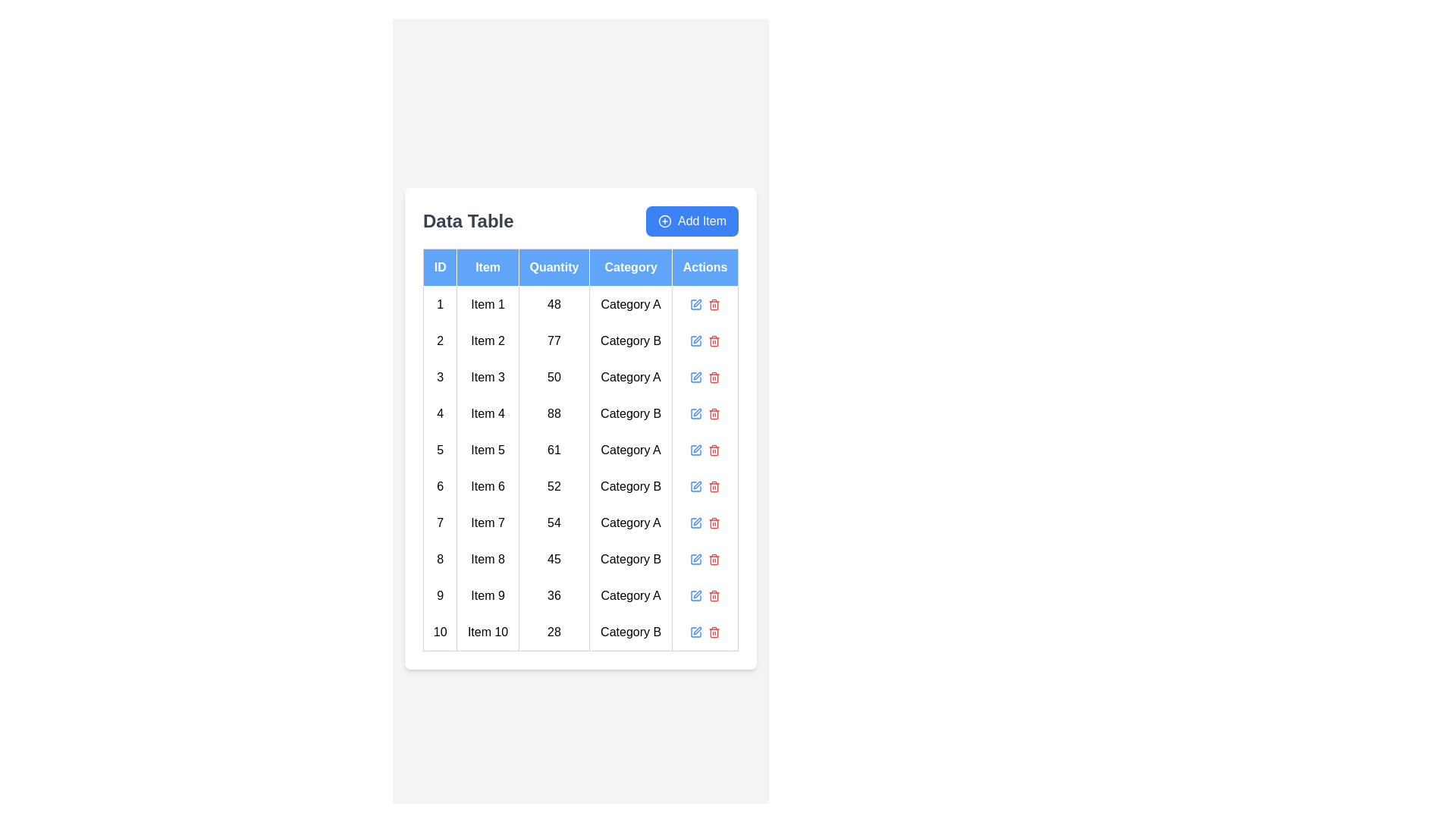 This screenshot has height=819, width=1456. Describe the element at coordinates (488, 632) in the screenshot. I see `text content of the 'Item 10' label in the last row of the data table` at that location.